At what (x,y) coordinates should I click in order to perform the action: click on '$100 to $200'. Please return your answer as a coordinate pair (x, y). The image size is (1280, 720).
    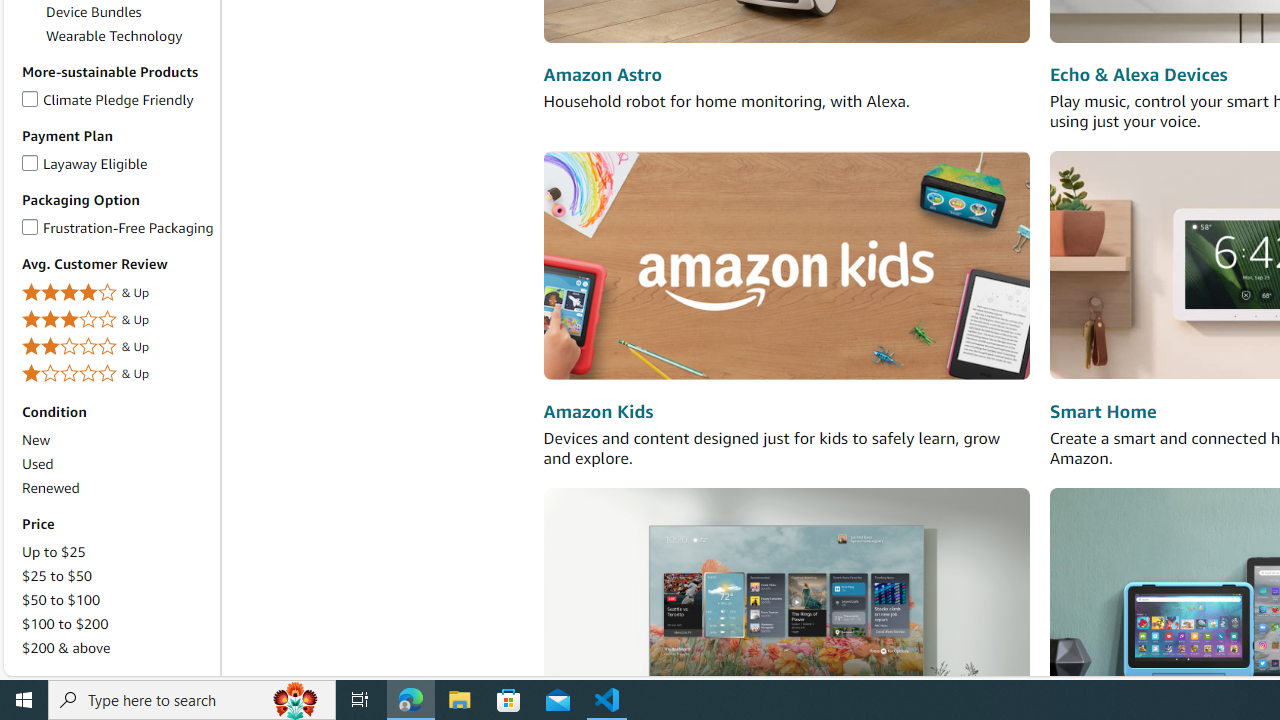
    Looking at the image, I should click on (116, 623).